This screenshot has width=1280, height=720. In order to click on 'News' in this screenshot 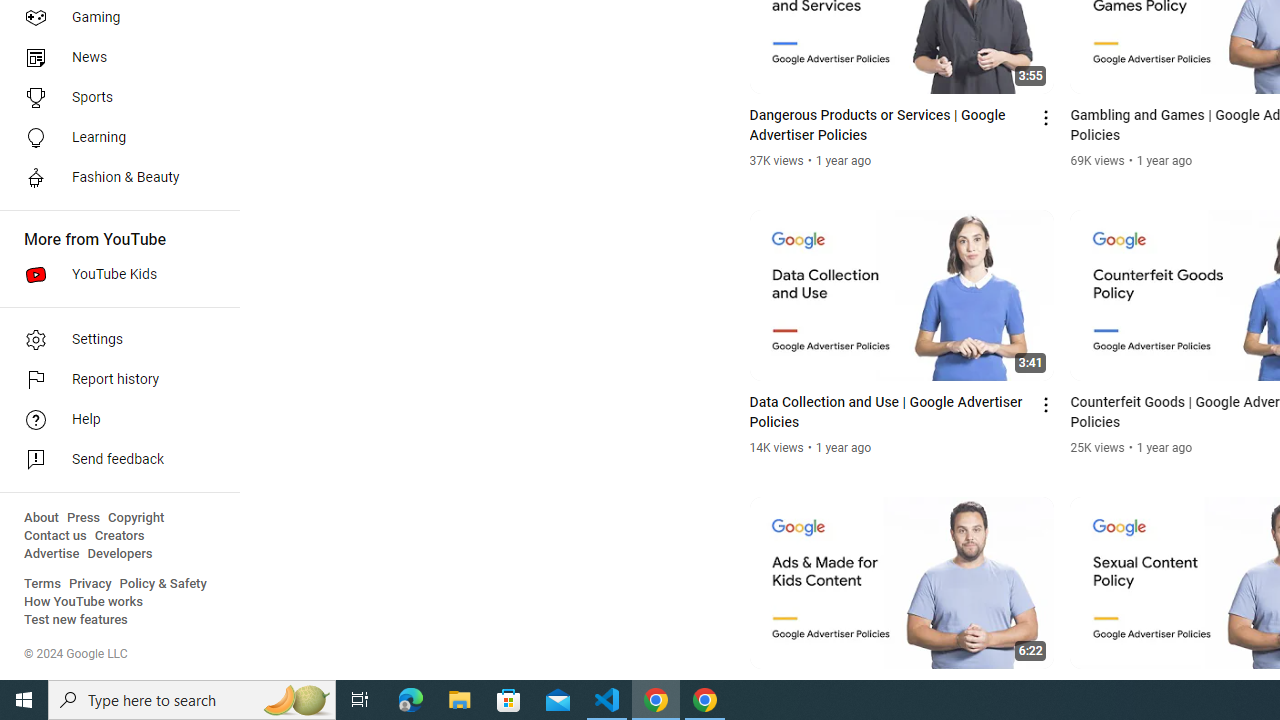, I will do `click(112, 56)`.